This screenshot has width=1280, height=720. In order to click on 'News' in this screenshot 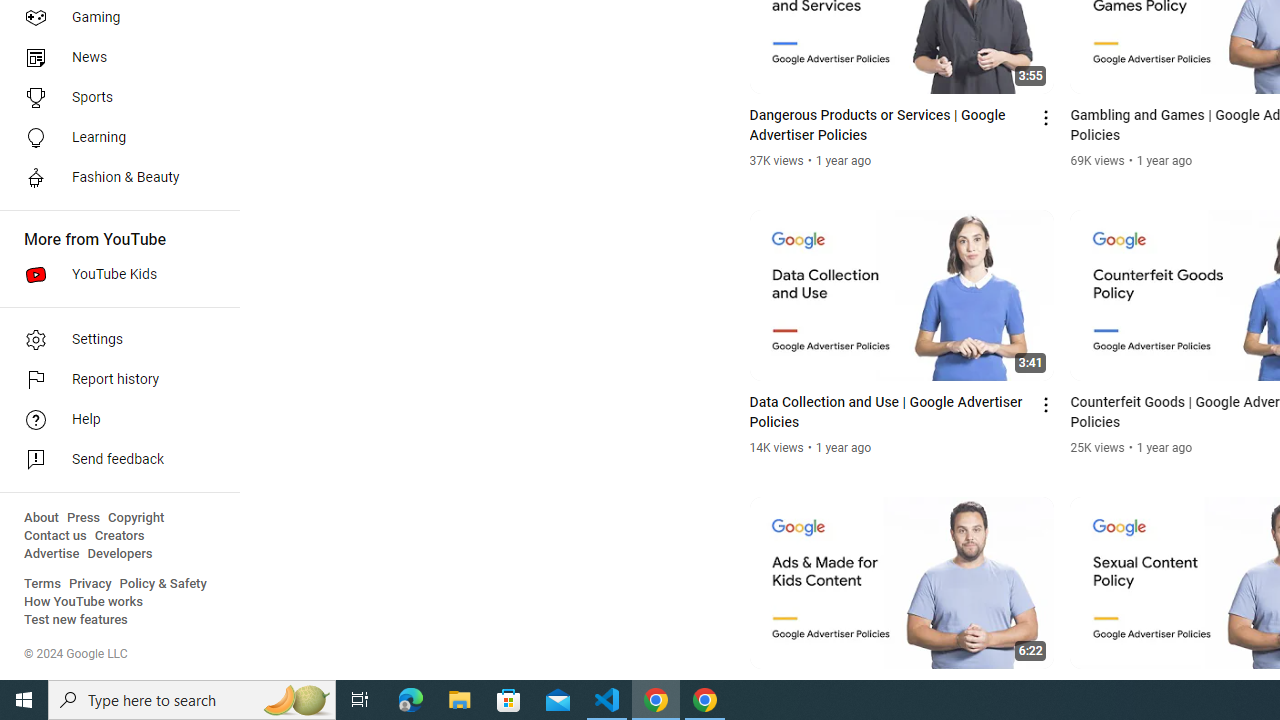, I will do `click(112, 56)`.